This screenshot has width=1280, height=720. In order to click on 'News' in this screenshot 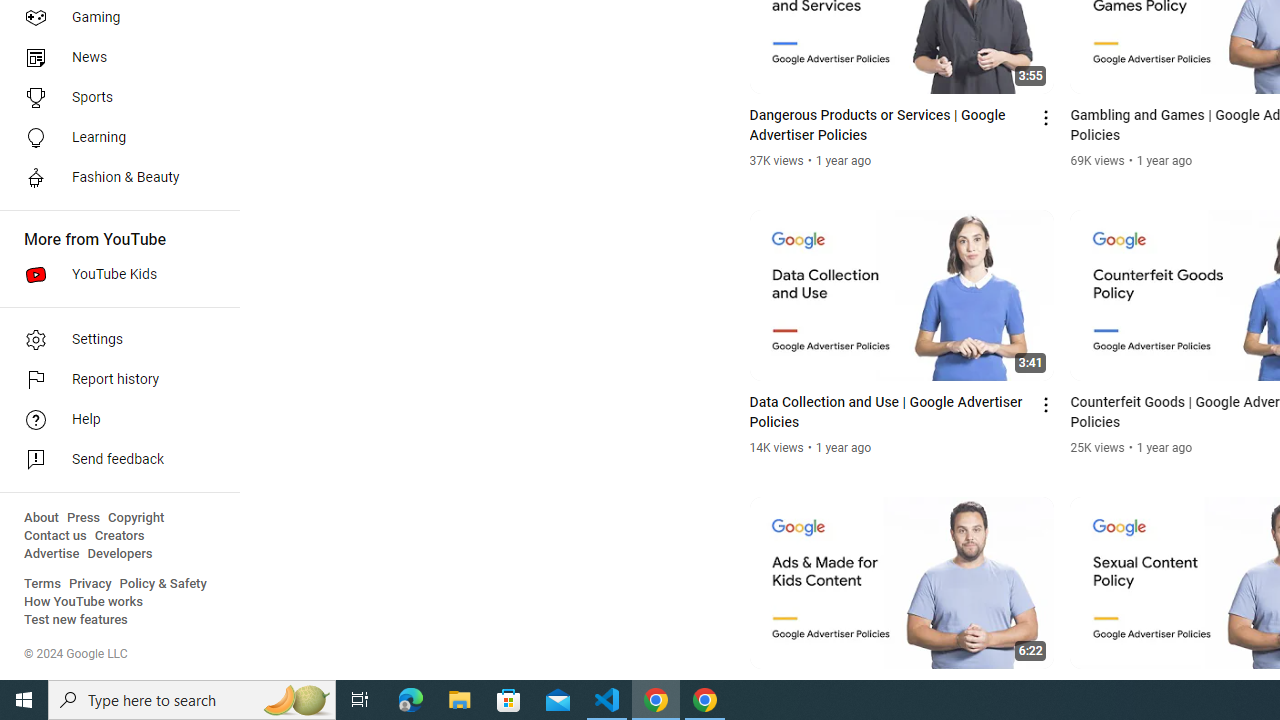, I will do `click(112, 56)`.